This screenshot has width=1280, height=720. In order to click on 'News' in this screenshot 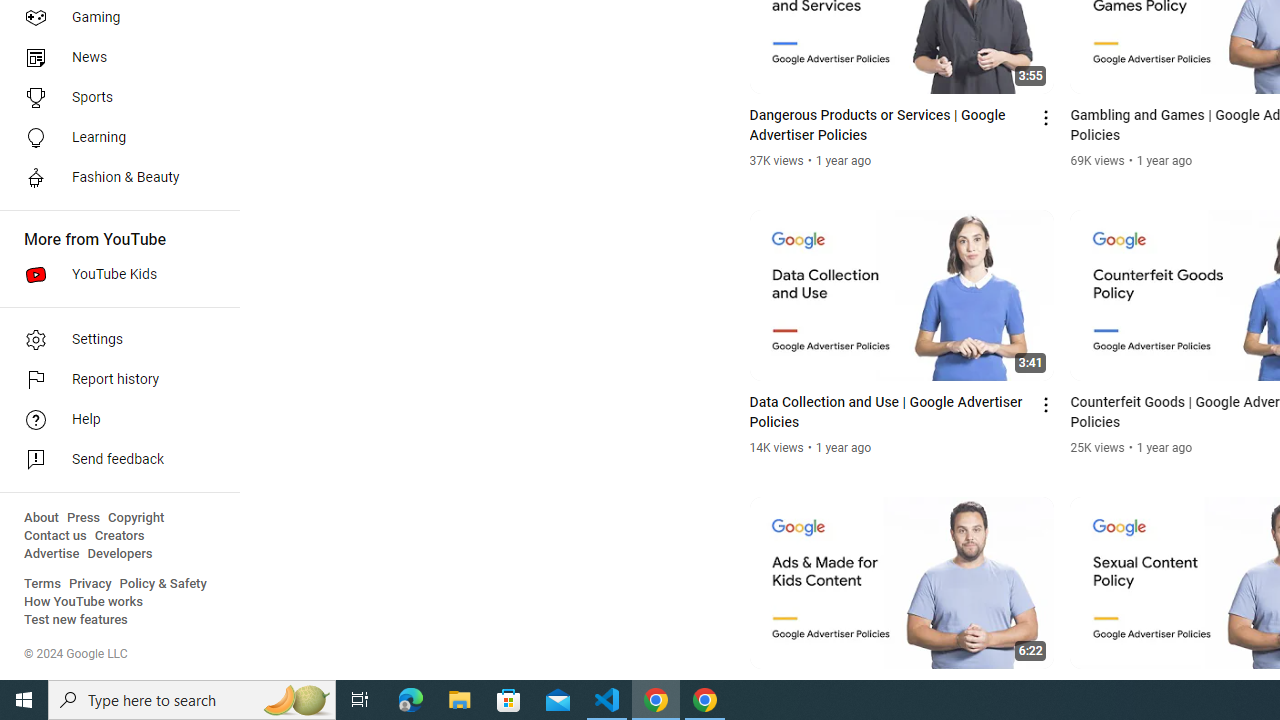, I will do `click(112, 56)`.